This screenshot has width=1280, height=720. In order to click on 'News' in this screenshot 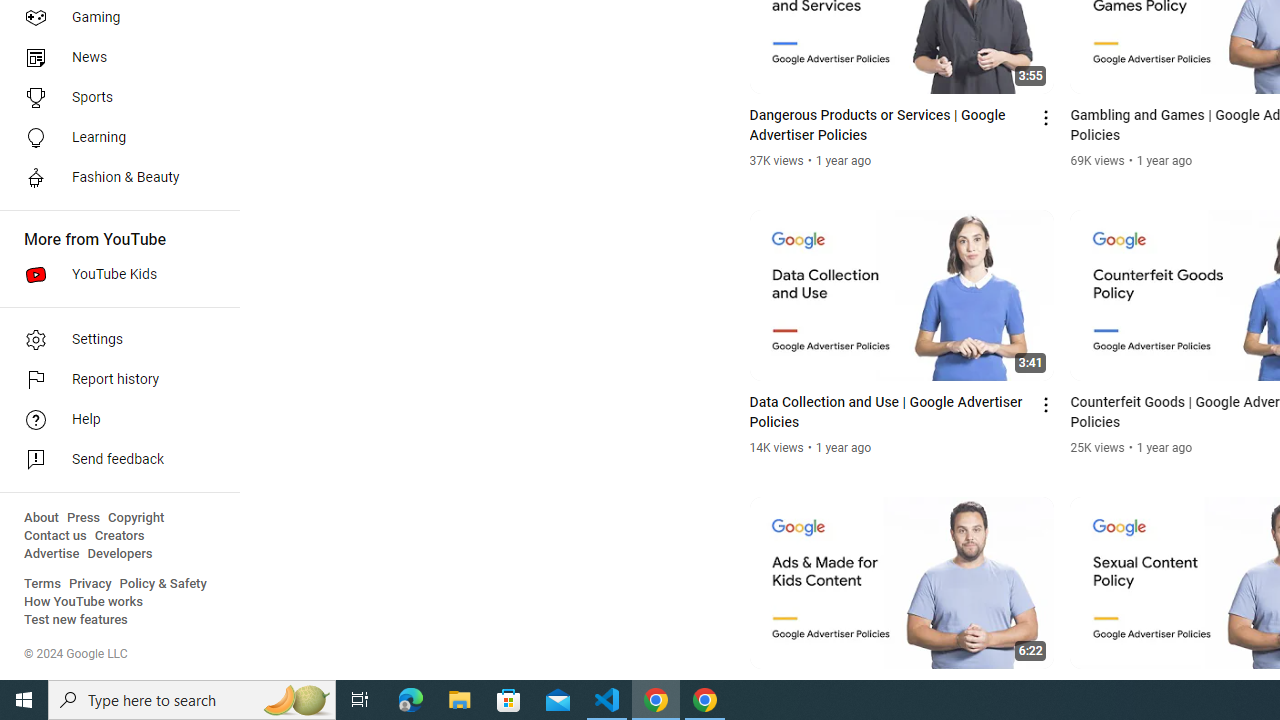, I will do `click(112, 56)`.